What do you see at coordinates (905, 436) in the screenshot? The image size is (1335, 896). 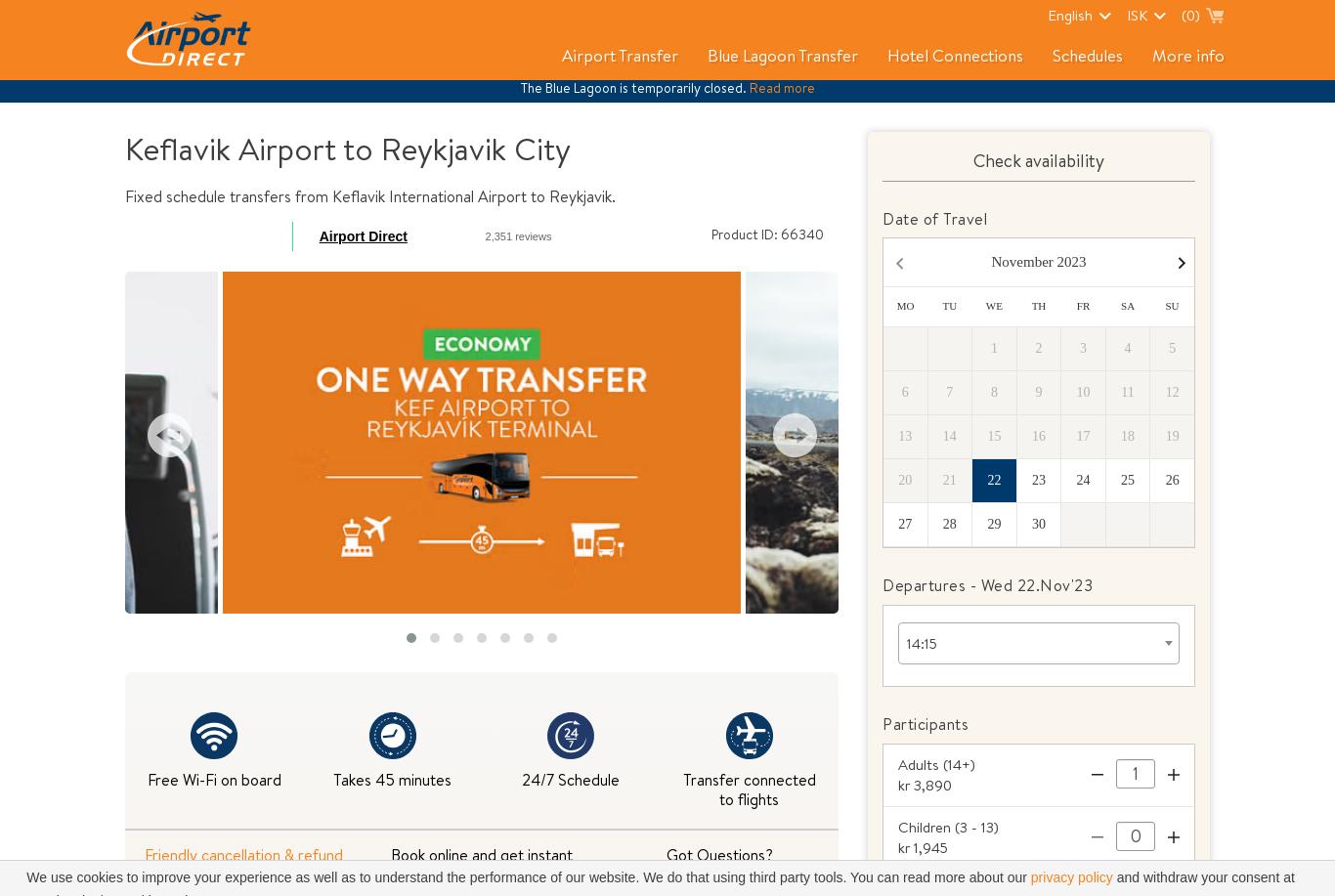 I see `'13'` at bounding box center [905, 436].